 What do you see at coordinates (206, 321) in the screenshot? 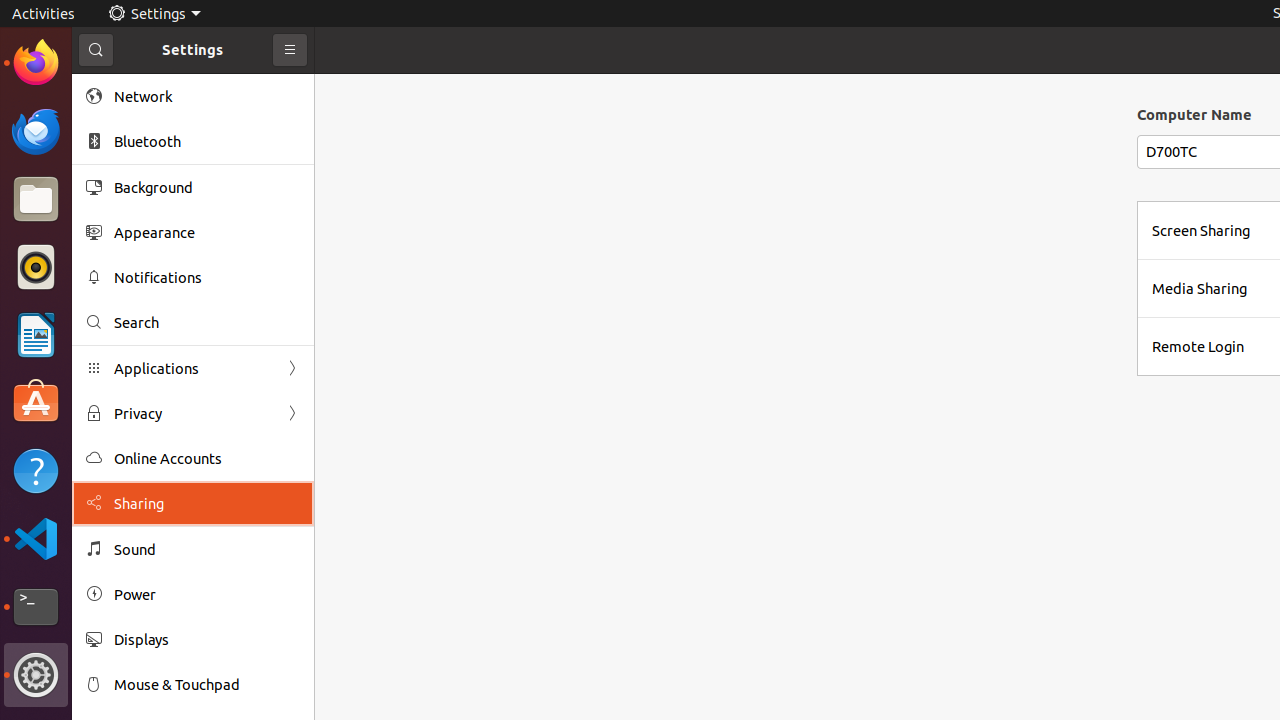
I see `'Search'` at bounding box center [206, 321].